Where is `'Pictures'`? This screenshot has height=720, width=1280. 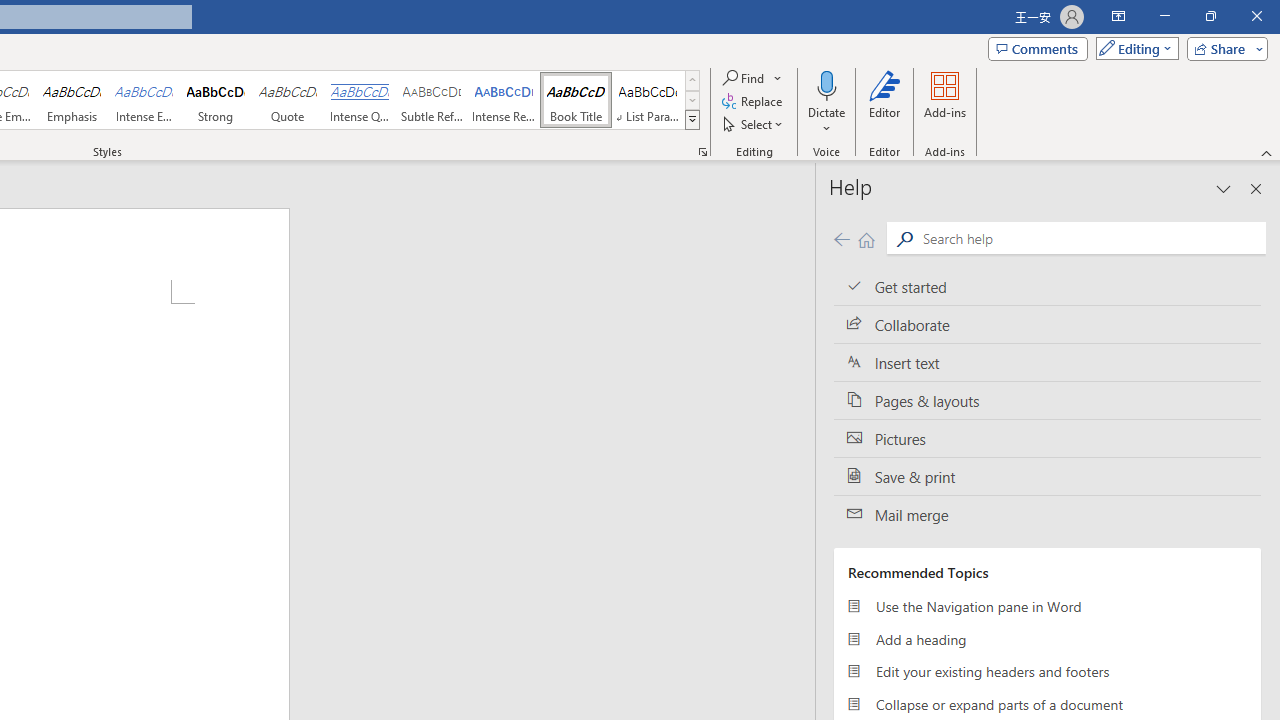 'Pictures' is located at coordinates (1046, 437).